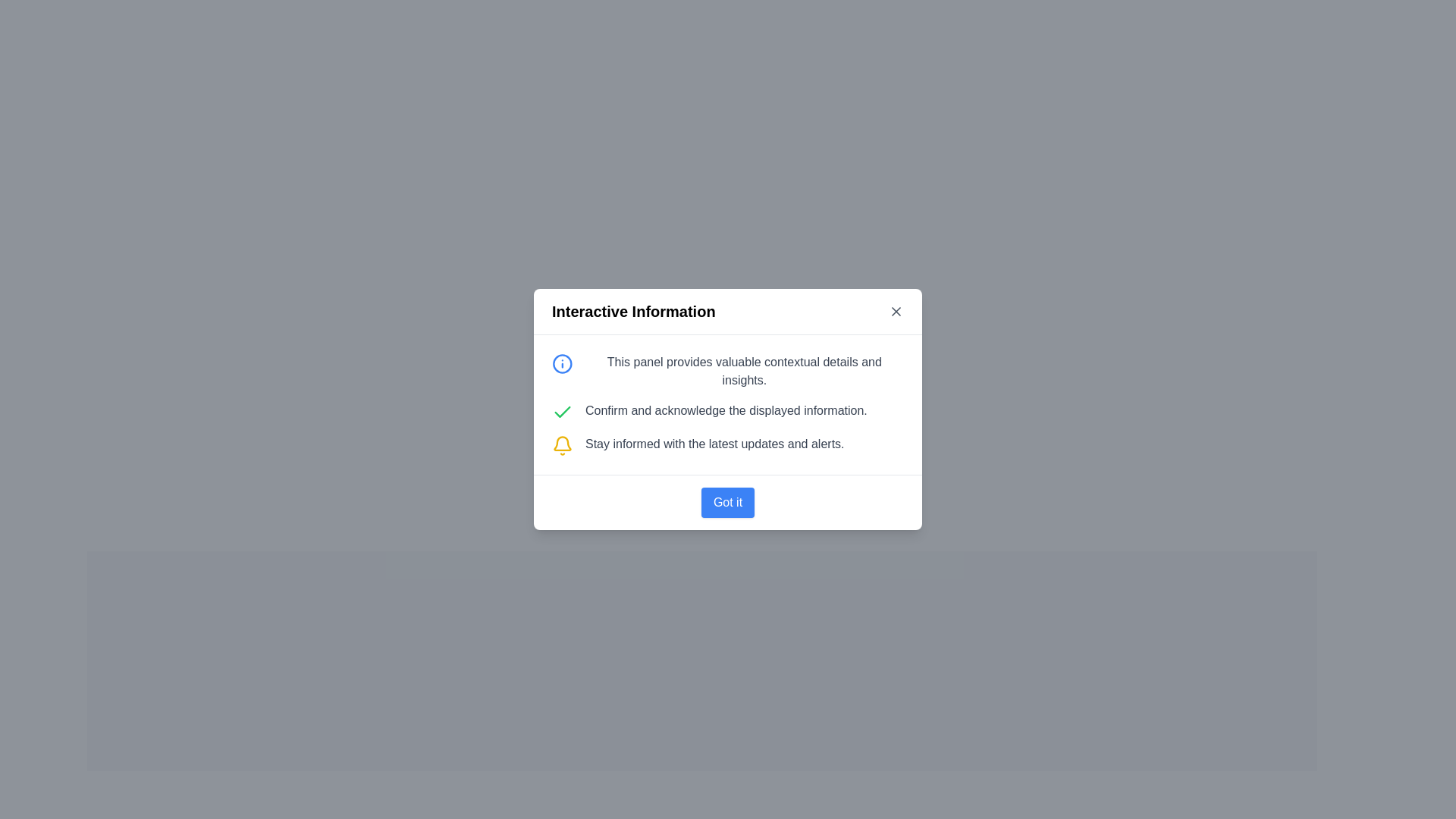 The height and width of the screenshot is (819, 1456). Describe the element at coordinates (896, 311) in the screenshot. I see `the close button icon located at the top-right corner of the 'Interactive Information' modal dialog` at that location.